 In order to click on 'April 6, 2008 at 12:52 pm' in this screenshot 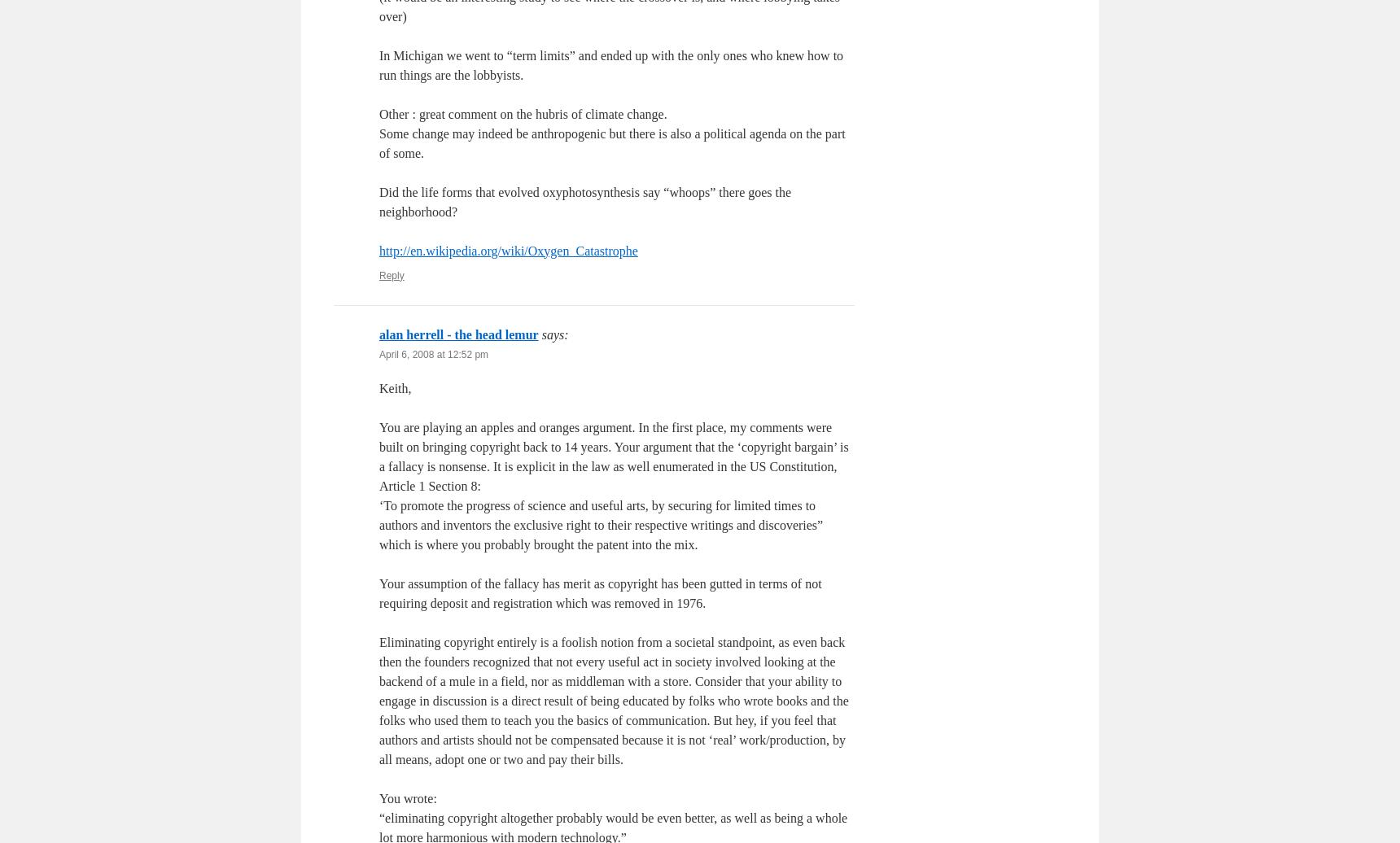, I will do `click(434, 354)`.